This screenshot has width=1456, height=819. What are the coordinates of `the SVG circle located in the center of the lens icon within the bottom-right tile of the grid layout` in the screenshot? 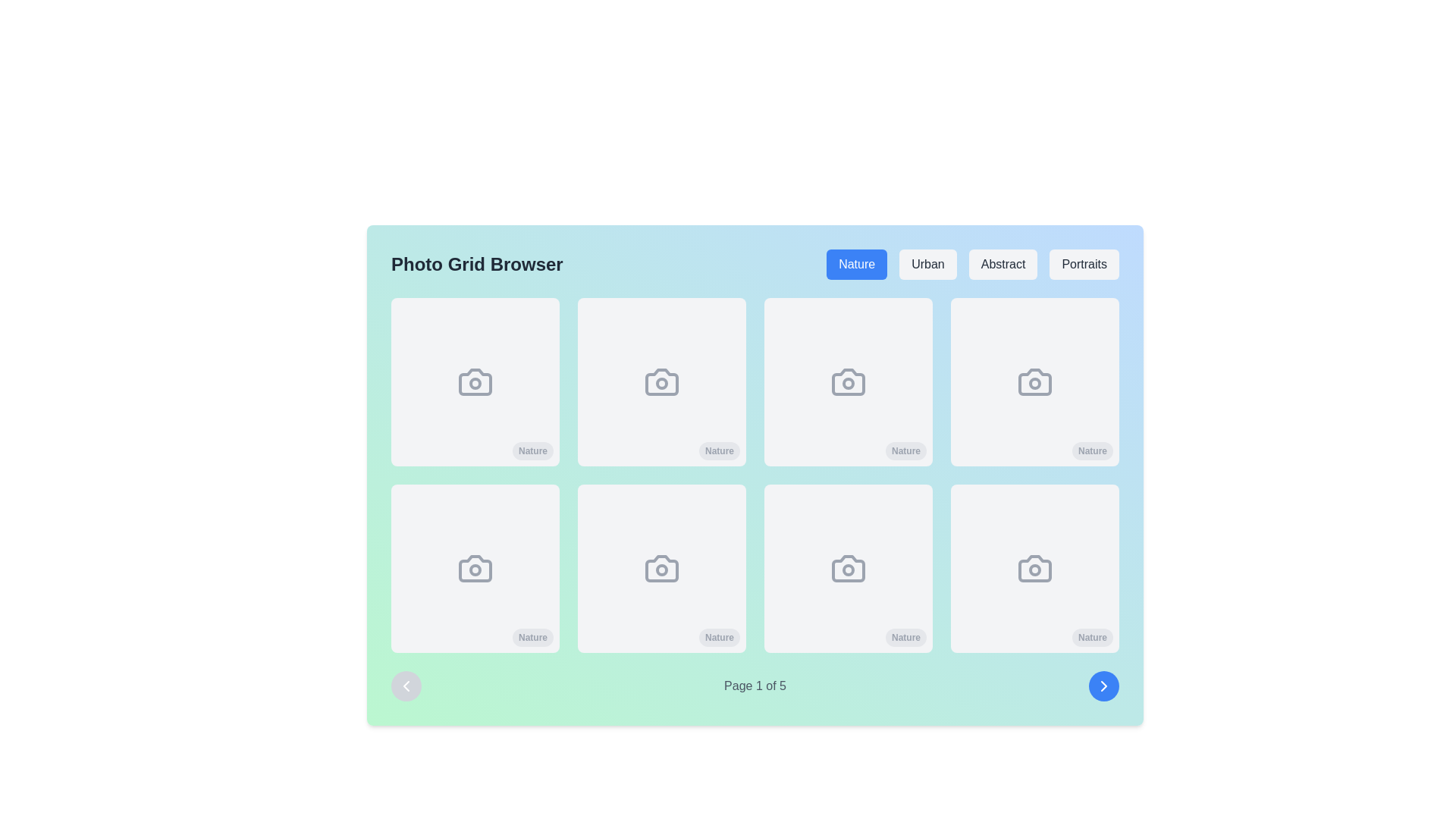 It's located at (847, 570).